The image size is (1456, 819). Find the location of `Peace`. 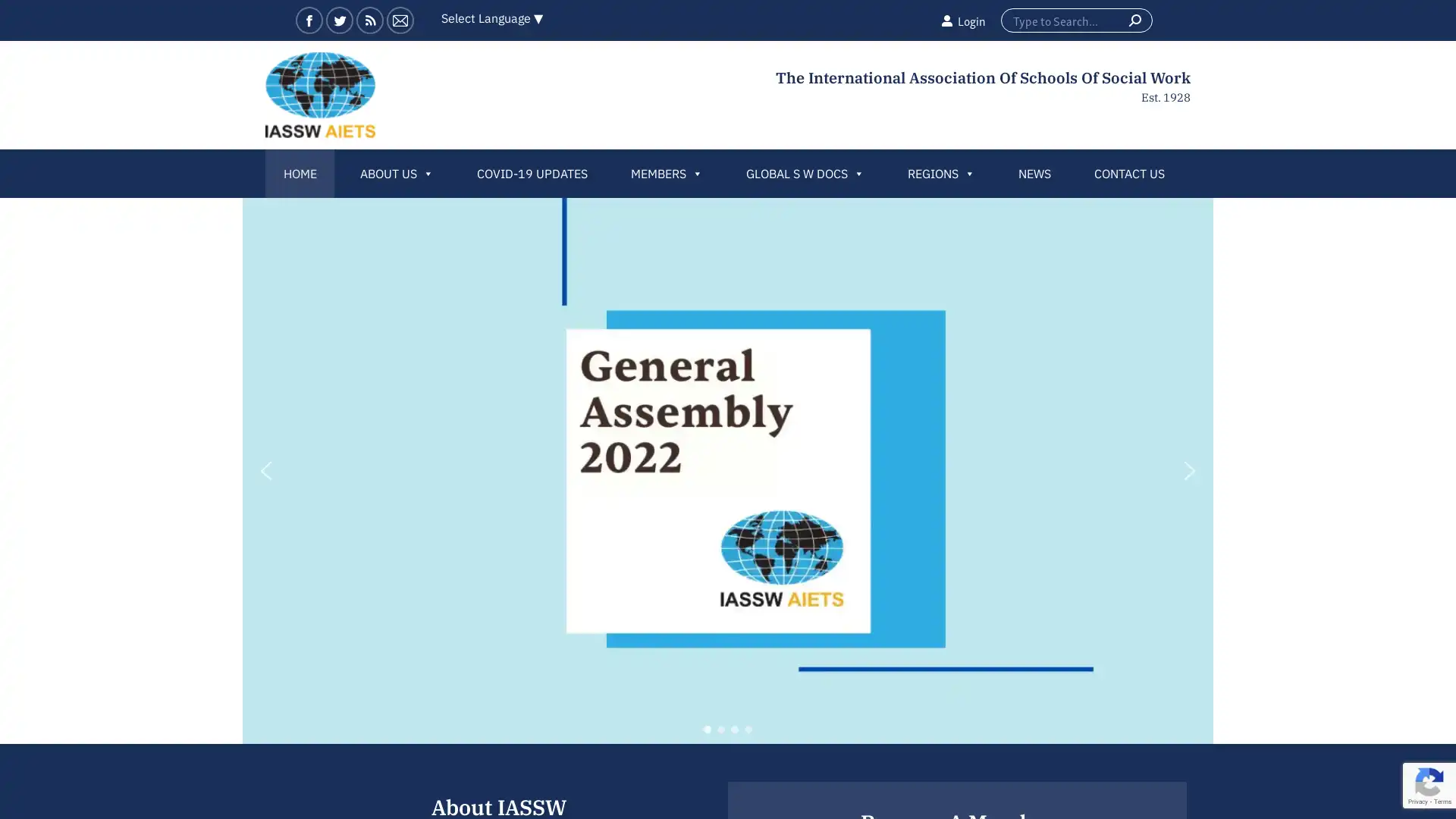

Peace is located at coordinates (748, 728).